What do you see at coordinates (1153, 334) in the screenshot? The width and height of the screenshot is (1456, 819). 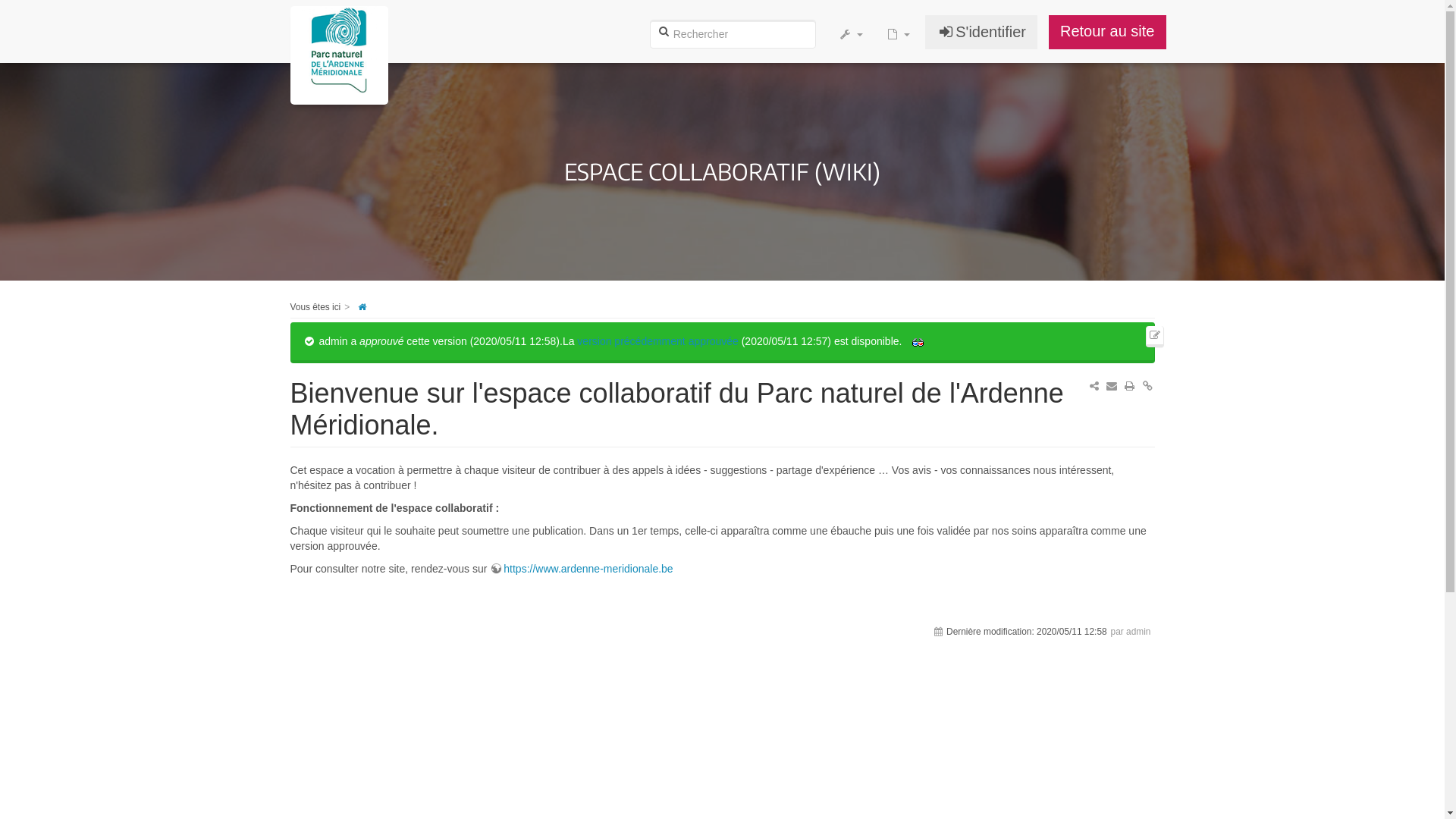 I see `'Modifier cette page'` at bounding box center [1153, 334].